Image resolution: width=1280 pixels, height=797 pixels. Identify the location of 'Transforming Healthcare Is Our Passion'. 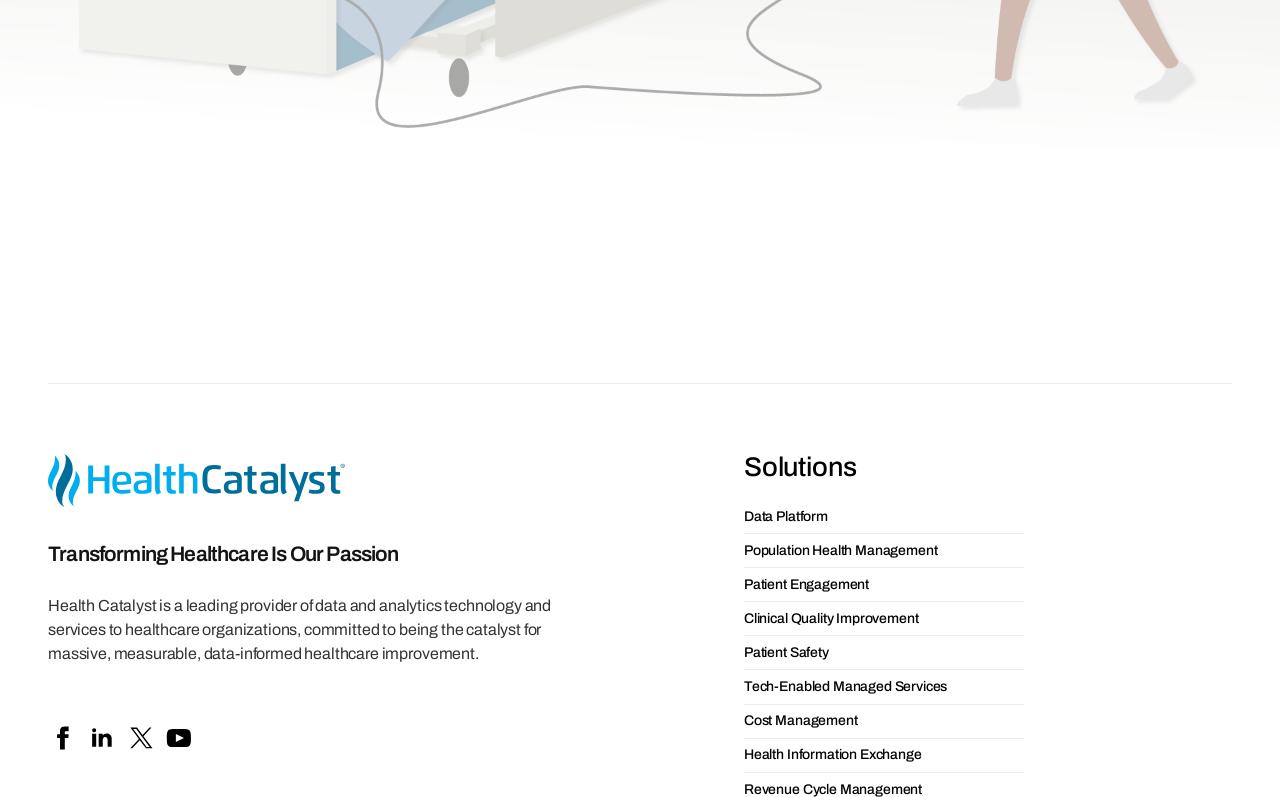
(222, 194).